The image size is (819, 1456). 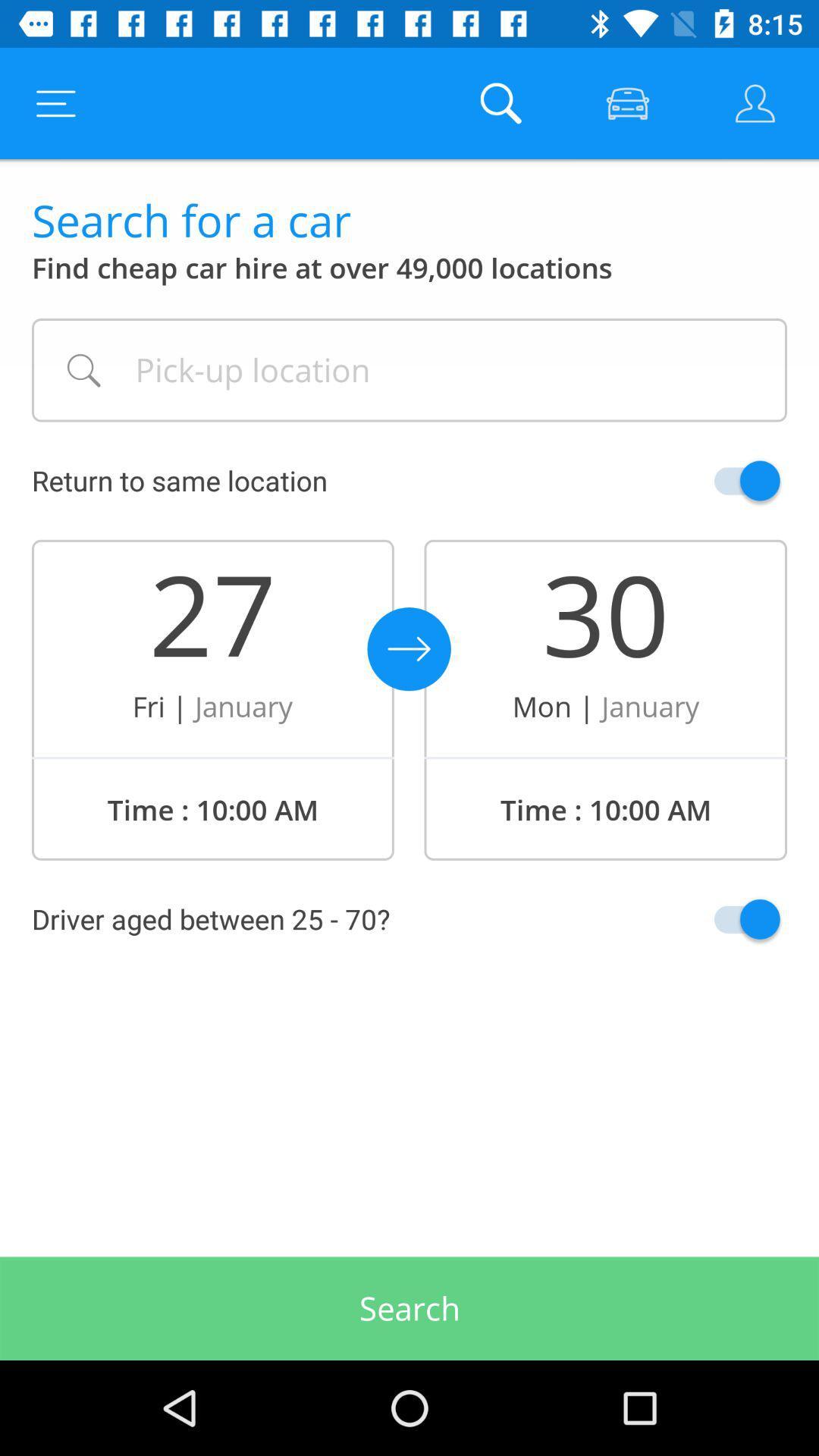 I want to click on switch return to same location option, so click(x=711, y=480).